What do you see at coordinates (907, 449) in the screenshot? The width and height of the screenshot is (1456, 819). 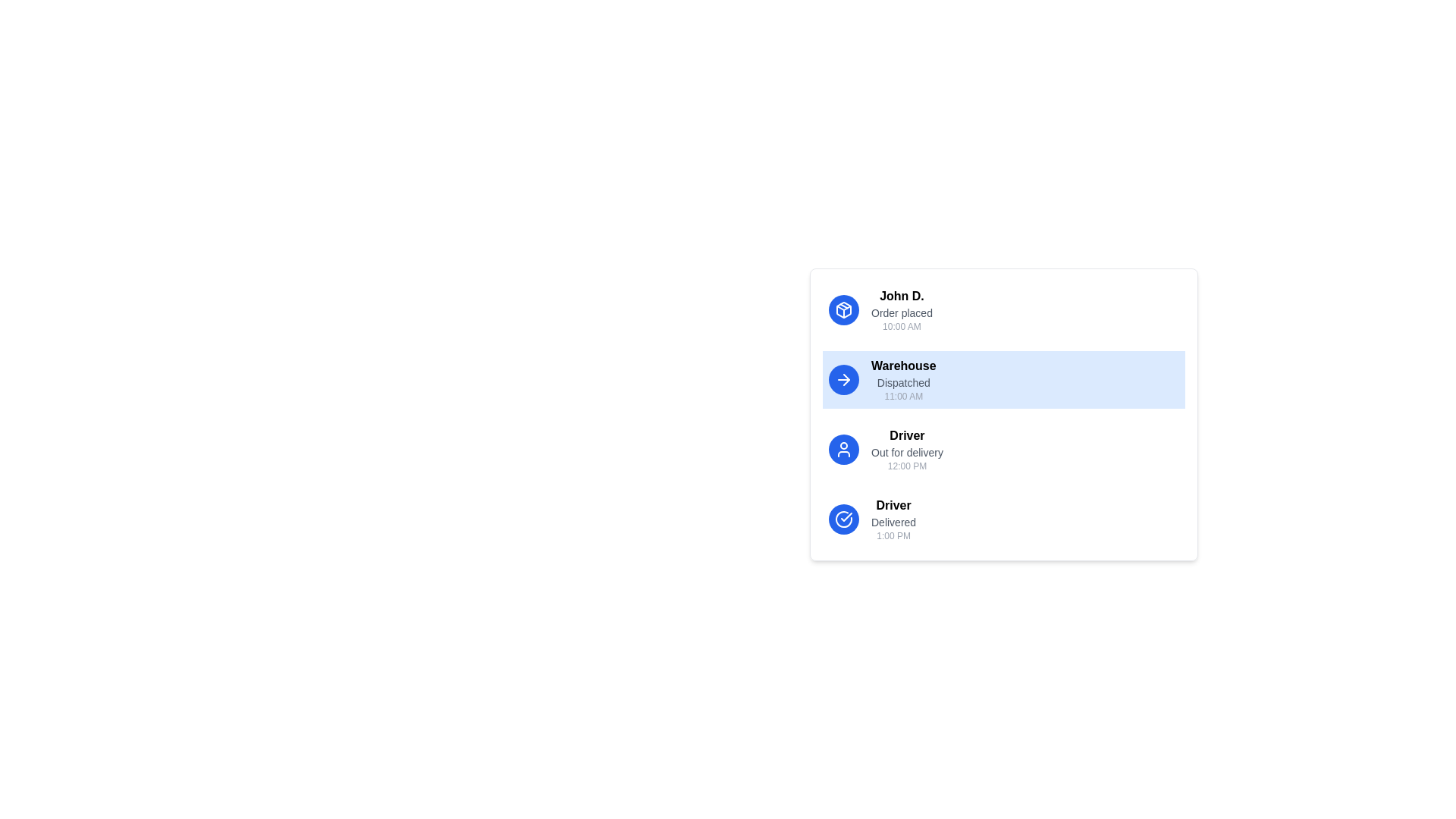 I see `the text block displaying 'Driver', which has 'Out for delivery' and a timestamp '12:00 PM'` at bounding box center [907, 449].